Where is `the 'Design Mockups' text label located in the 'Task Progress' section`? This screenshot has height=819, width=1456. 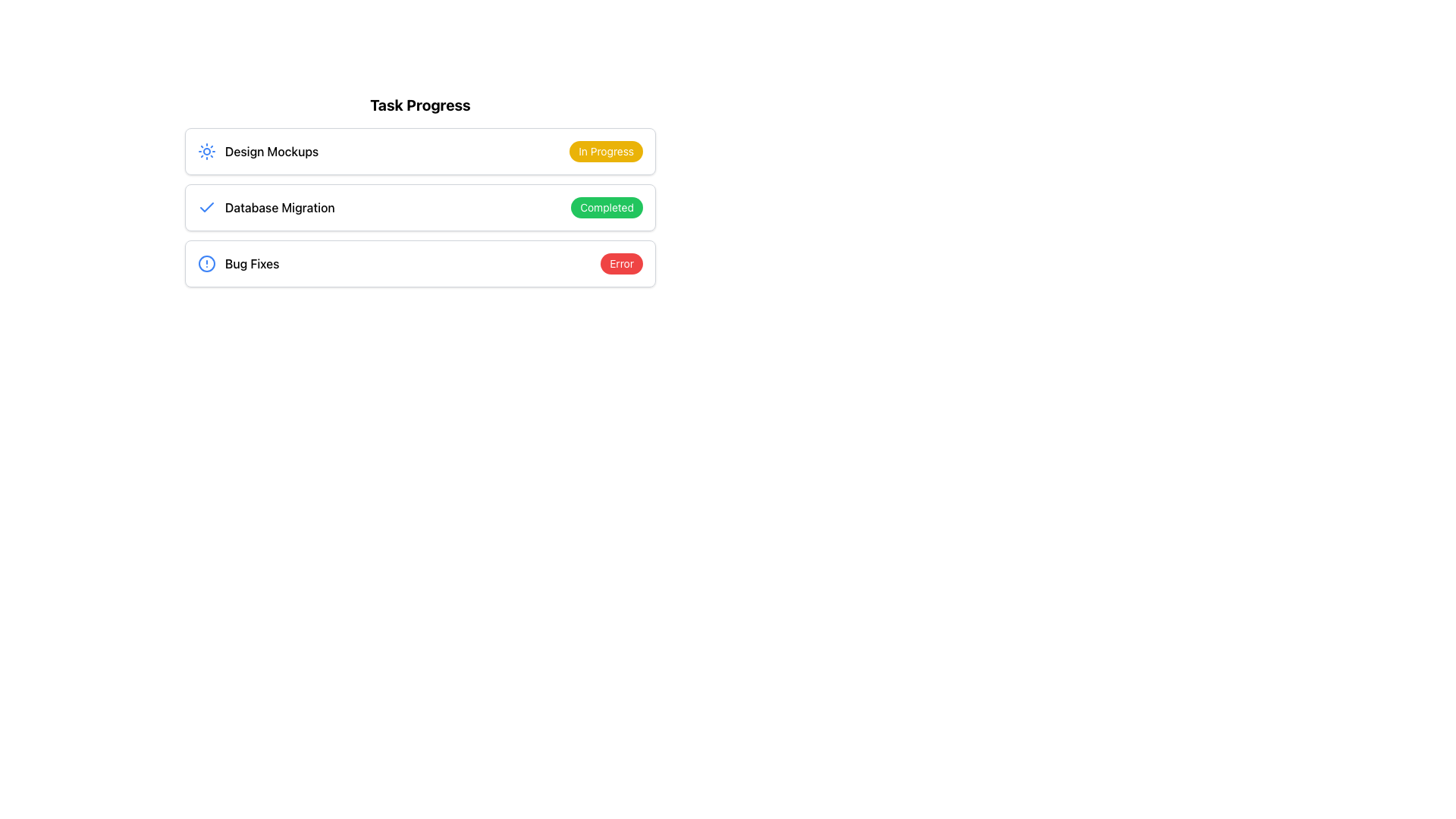
the 'Design Mockups' text label located in the 'Task Progress' section is located at coordinates (271, 152).